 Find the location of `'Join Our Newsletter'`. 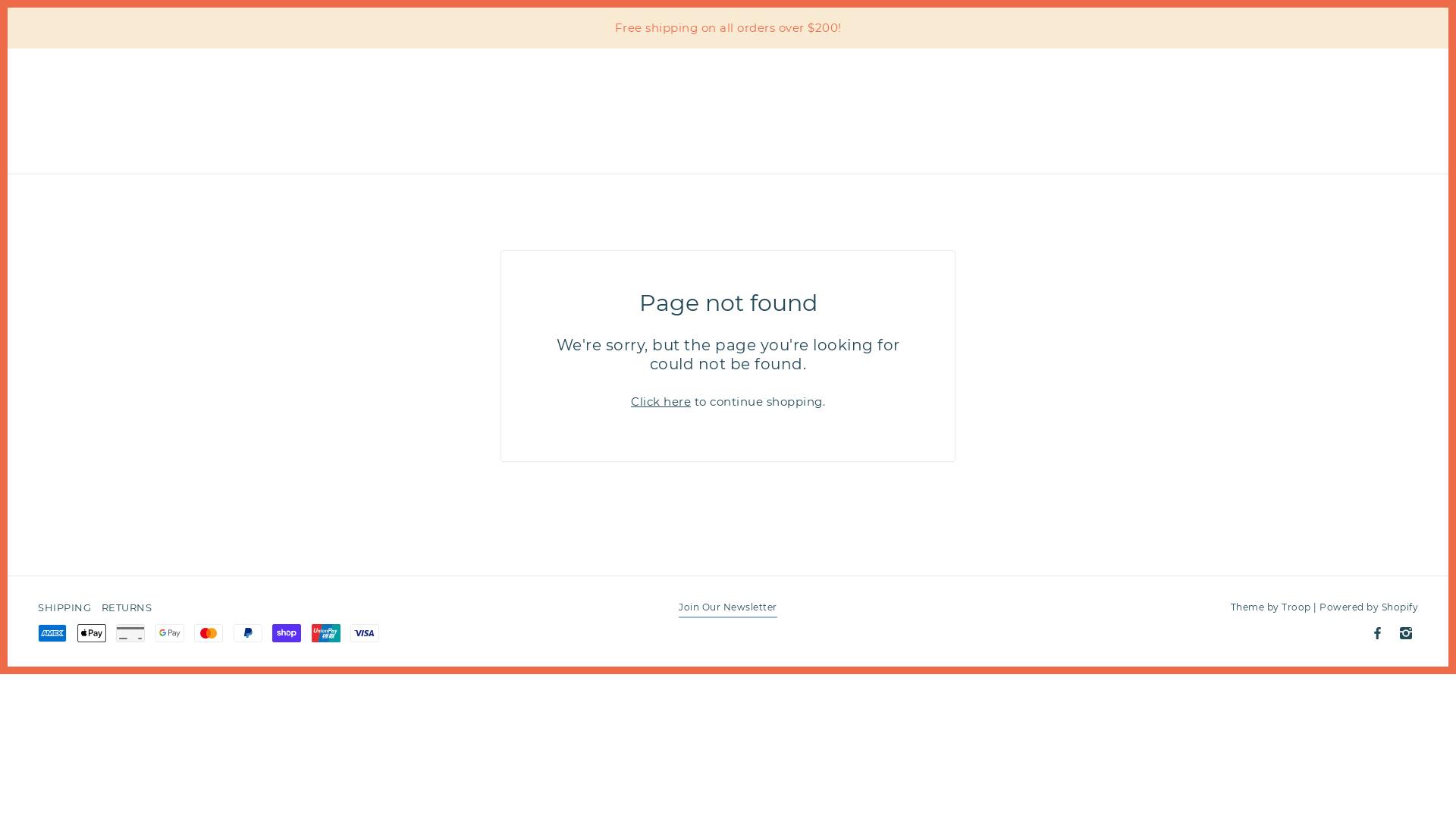

'Join Our Newsletter' is located at coordinates (728, 610).